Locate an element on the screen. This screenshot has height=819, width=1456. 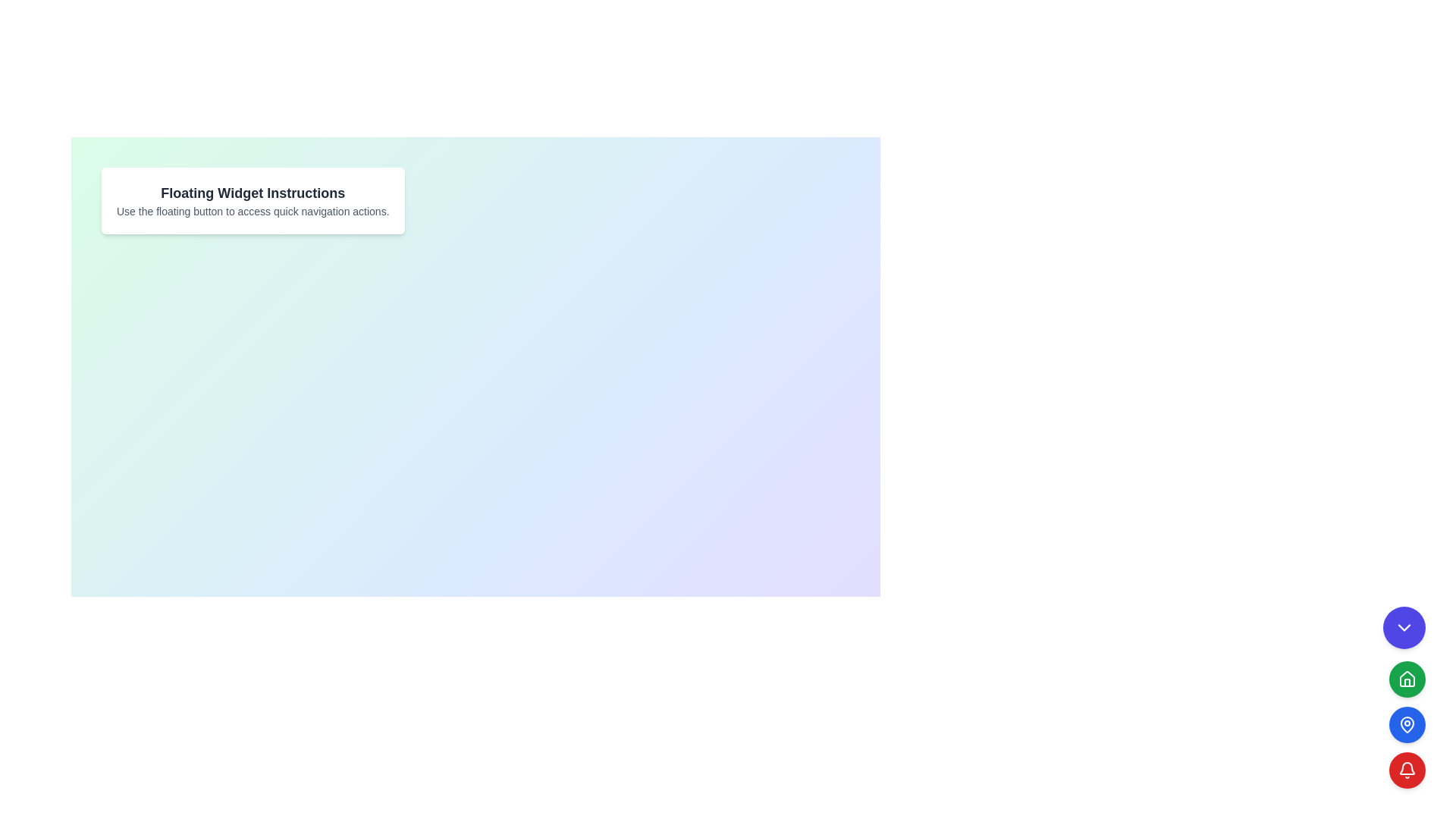
the bell icon button, which is the fourth and bottommost button in a vertical alignment of four buttons on the right-hand side of the interface is located at coordinates (1407, 768).